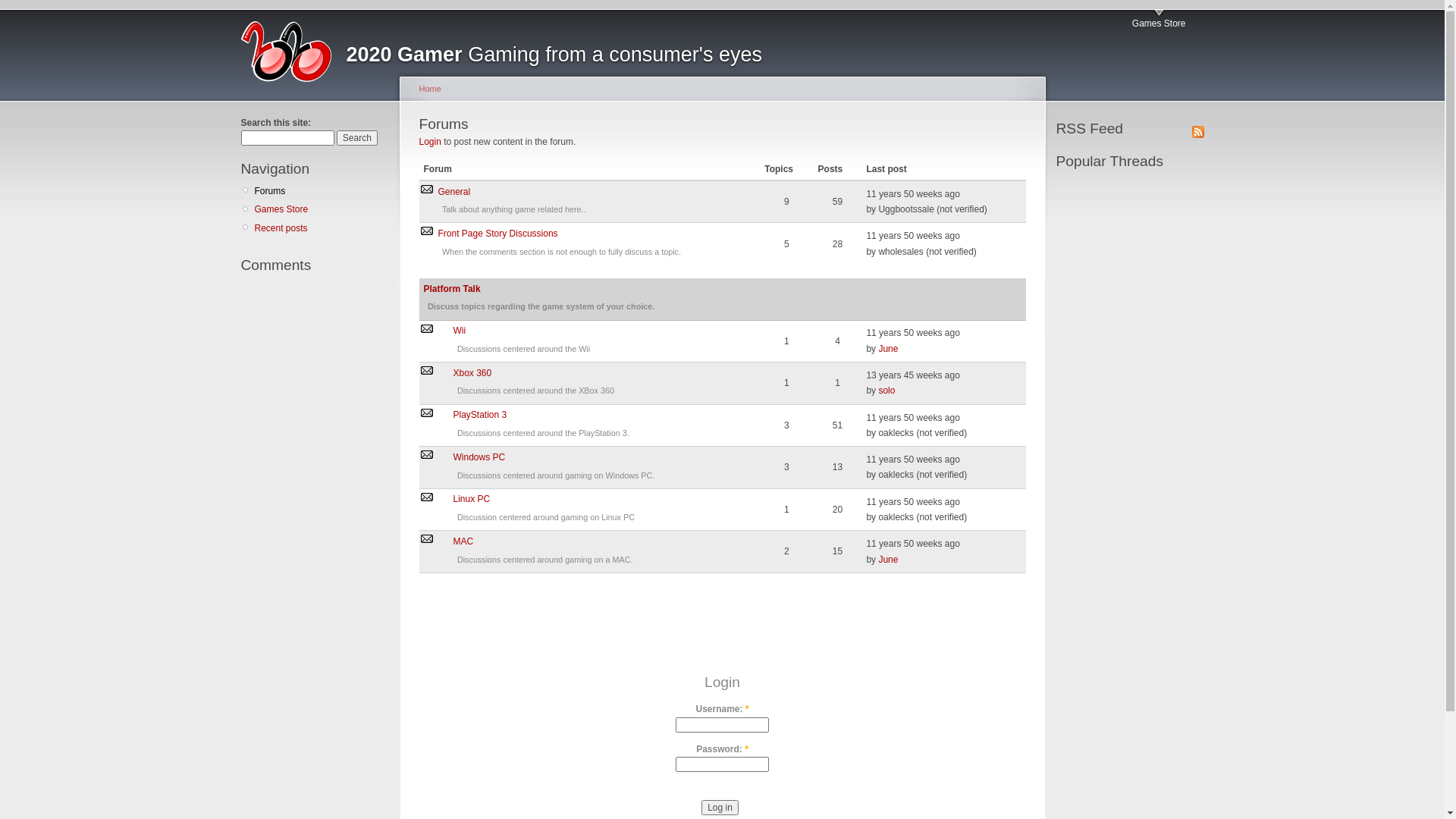  What do you see at coordinates (886, 390) in the screenshot?
I see `'solo'` at bounding box center [886, 390].